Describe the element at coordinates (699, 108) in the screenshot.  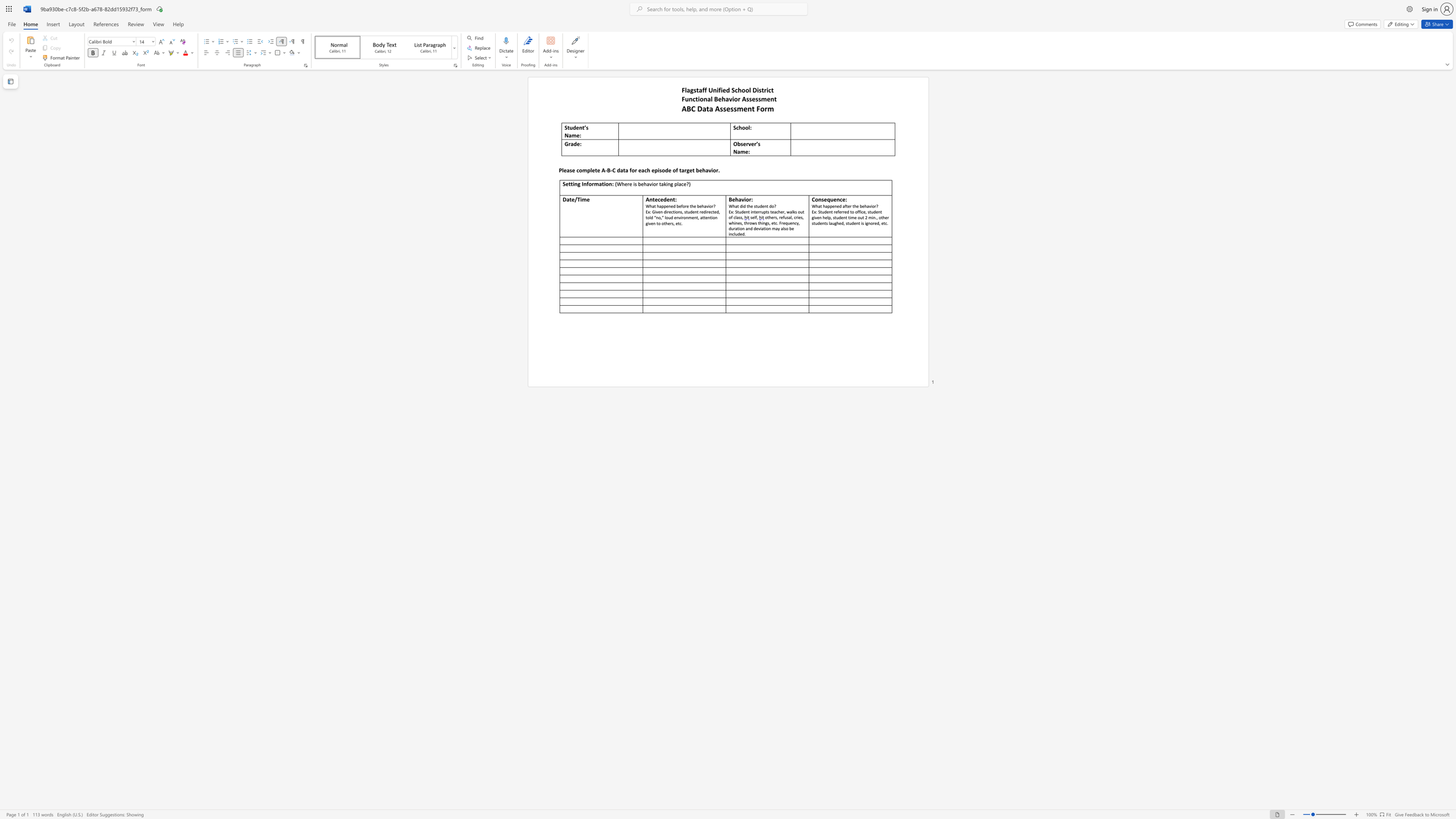
I see `the 1th character "D" in the text` at that location.